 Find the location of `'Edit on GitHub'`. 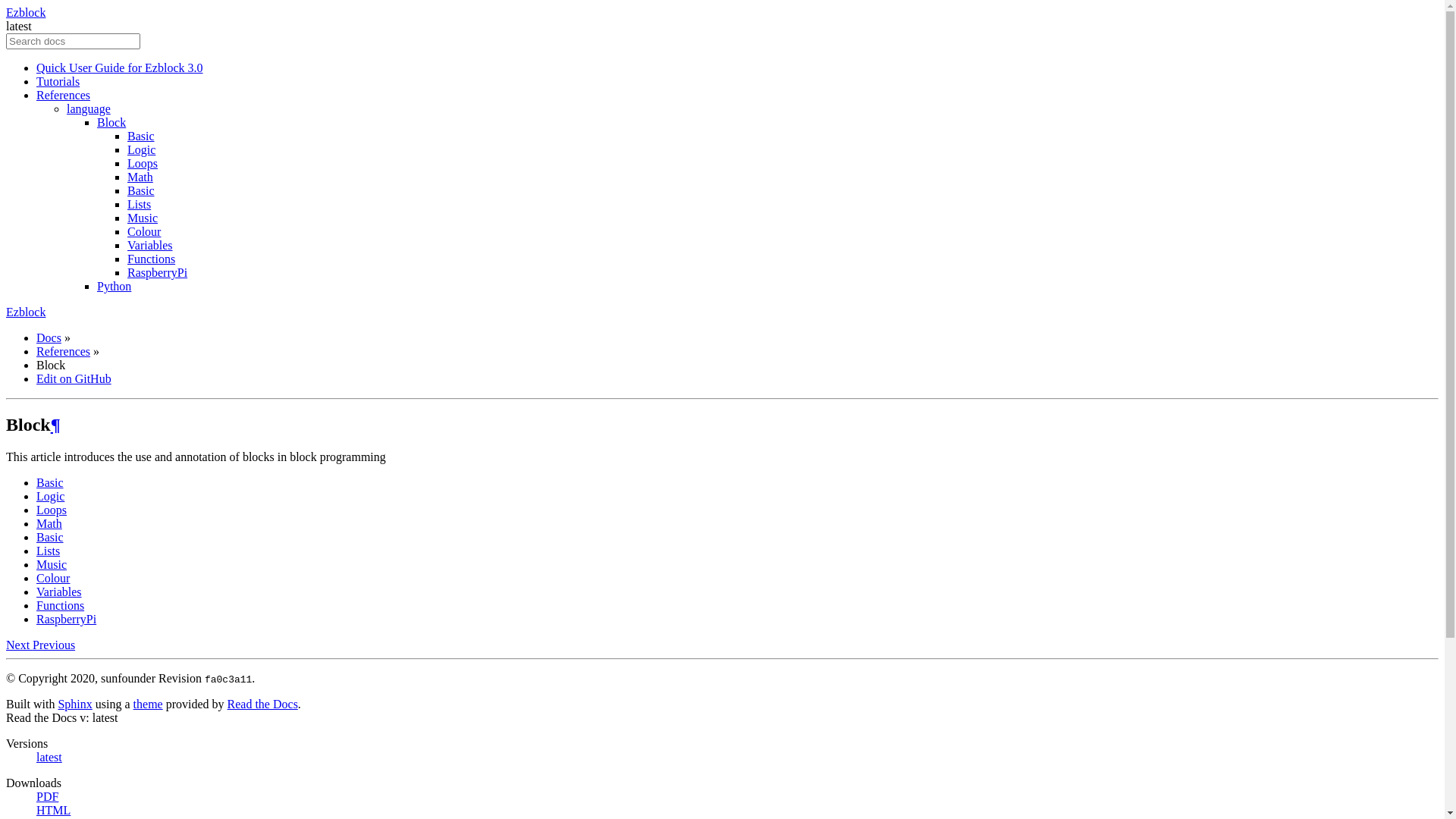

'Edit on GitHub' is located at coordinates (36, 378).